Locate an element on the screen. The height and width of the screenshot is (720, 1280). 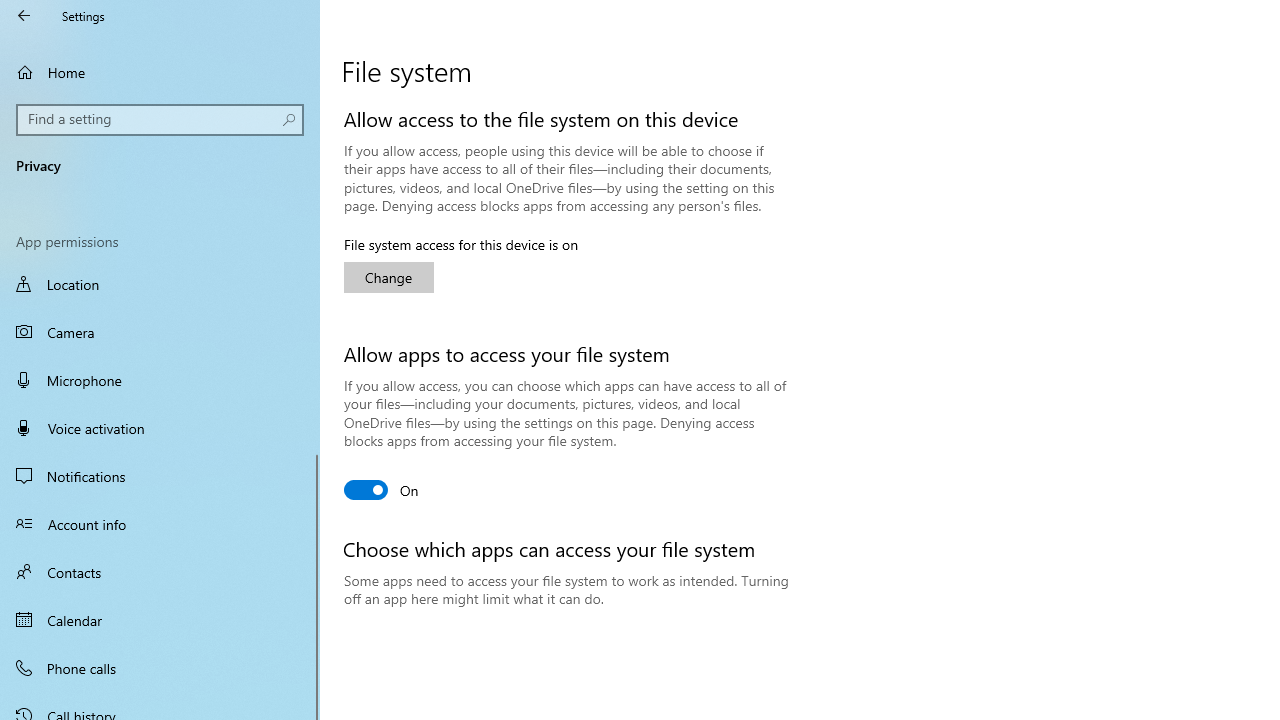
'Location' is located at coordinates (160, 286).